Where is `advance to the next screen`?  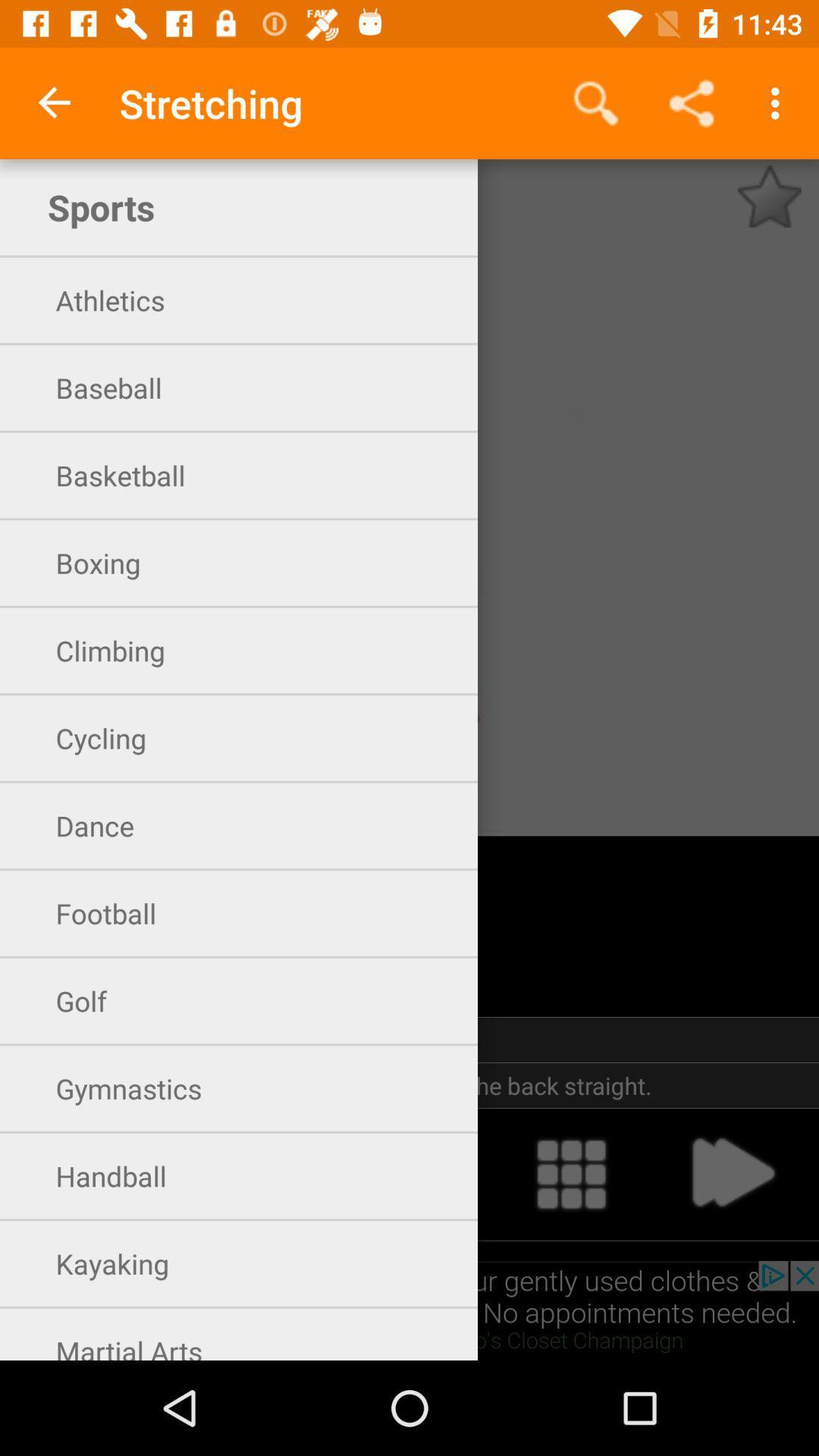
advance to the next screen is located at coordinates (731, 1173).